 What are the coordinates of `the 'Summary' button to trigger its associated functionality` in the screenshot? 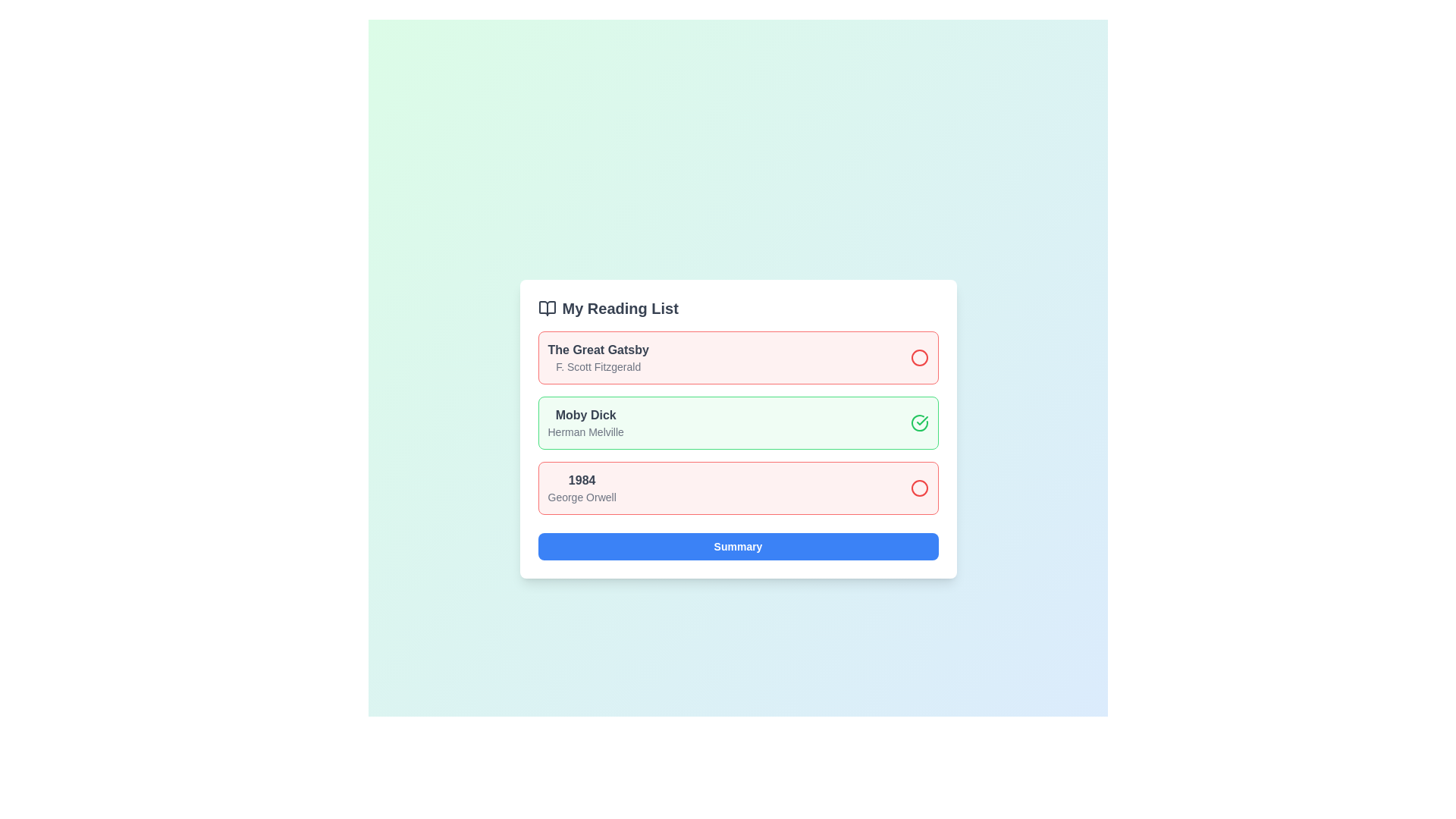 It's located at (738, 547).